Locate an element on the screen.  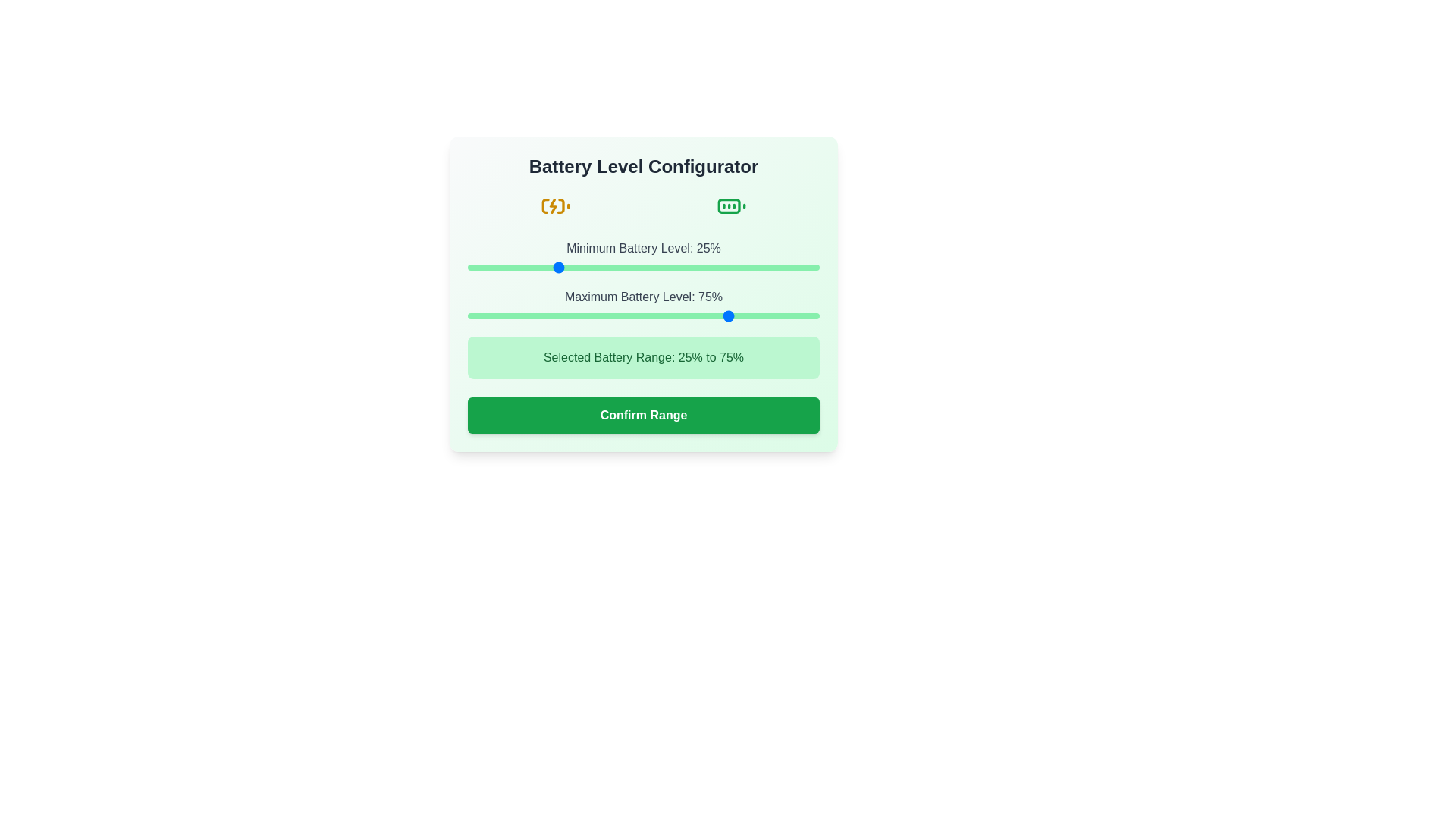
the slider is located at coordinates (673, 315).